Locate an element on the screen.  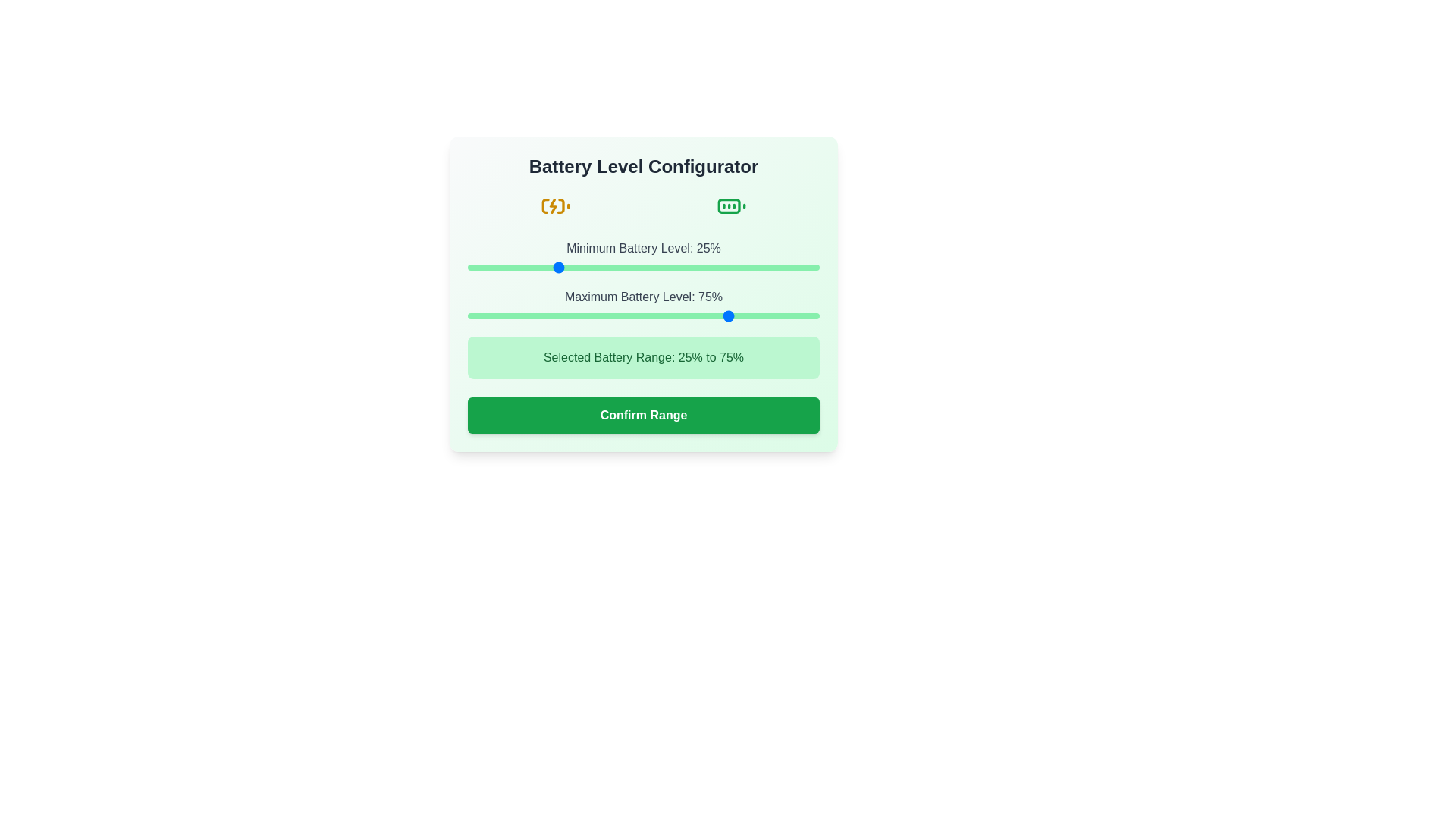
the slider is located at coordinates (673, 315).